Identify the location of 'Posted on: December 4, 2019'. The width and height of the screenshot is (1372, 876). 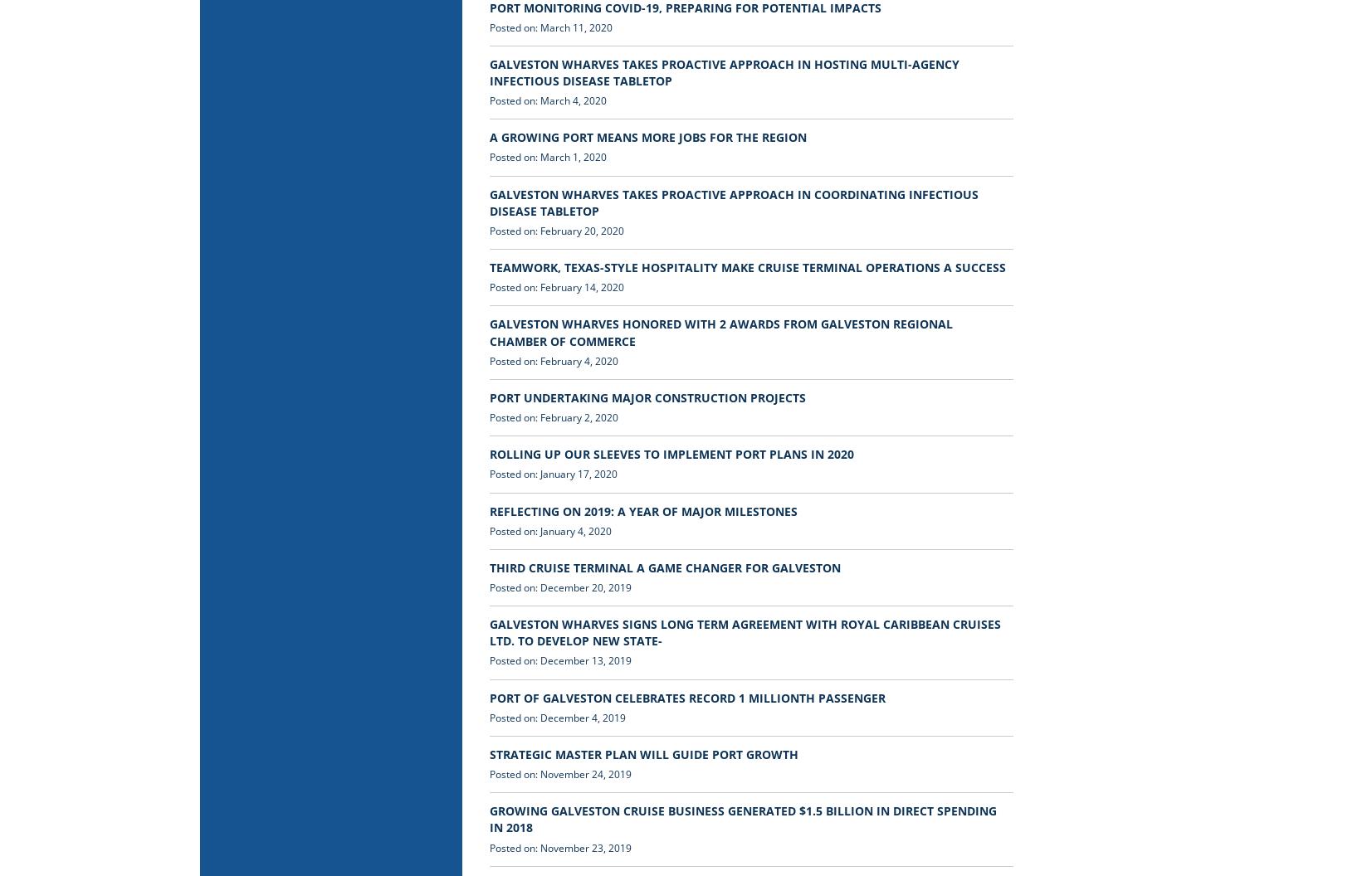
(556, 716).